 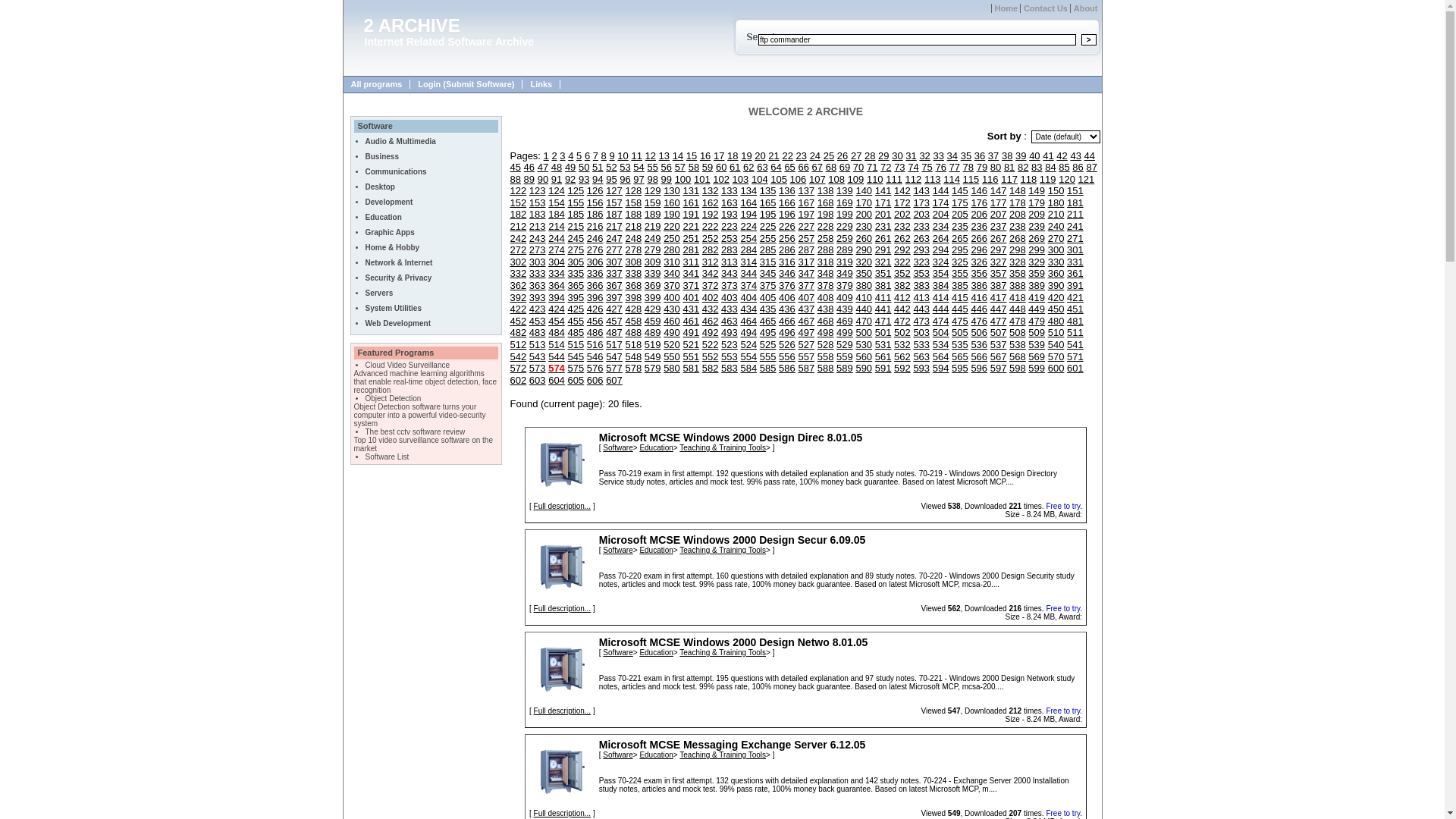 What do you see at coordinates (709, 226) in the screenshot?
I see `'222'` at bounding box center [709, 226].